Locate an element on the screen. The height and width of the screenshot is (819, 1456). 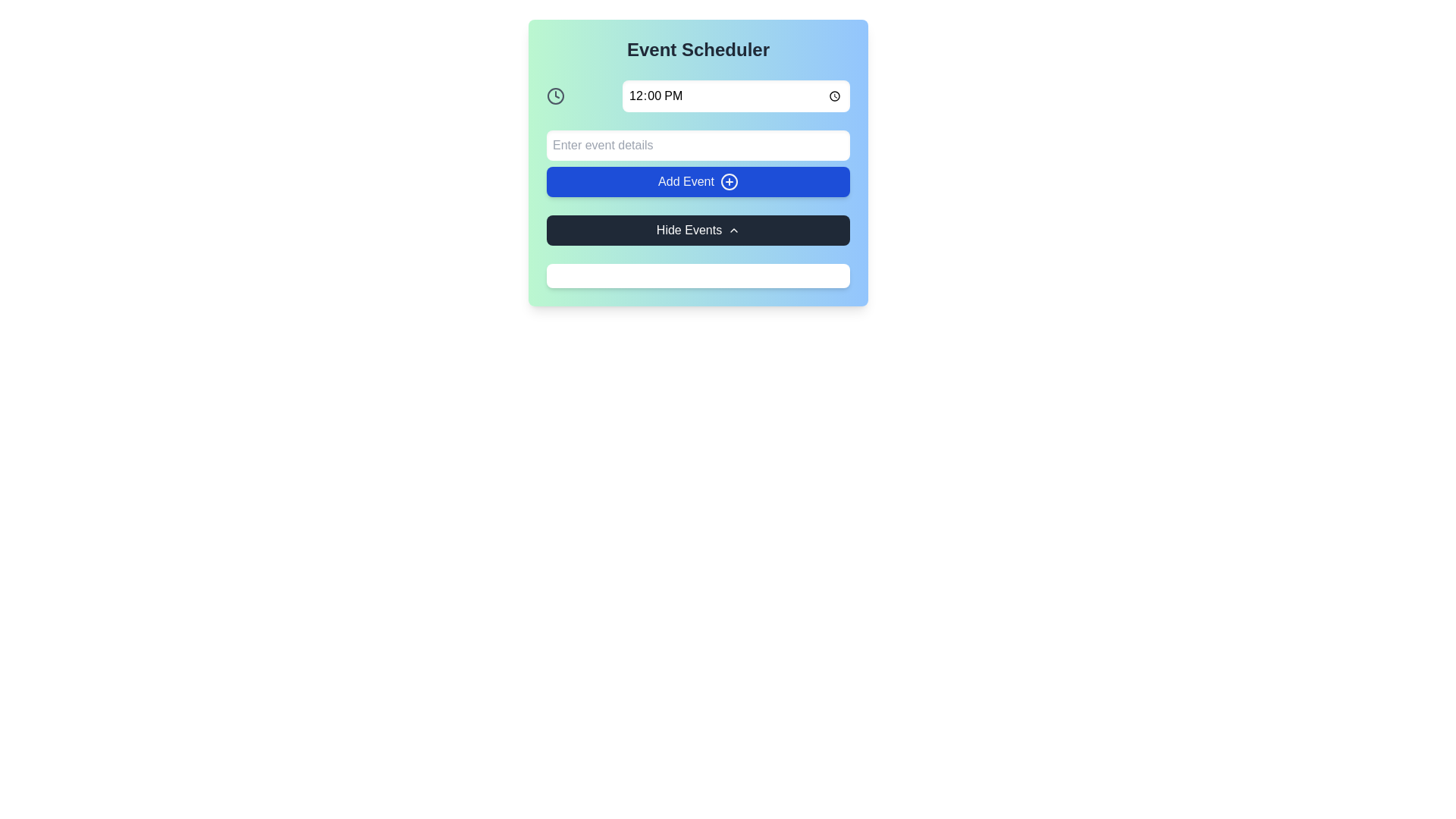
the 'Add Event' button located below the input field with placeholder text 'Enter event details' is located at coordinates (698, 164).